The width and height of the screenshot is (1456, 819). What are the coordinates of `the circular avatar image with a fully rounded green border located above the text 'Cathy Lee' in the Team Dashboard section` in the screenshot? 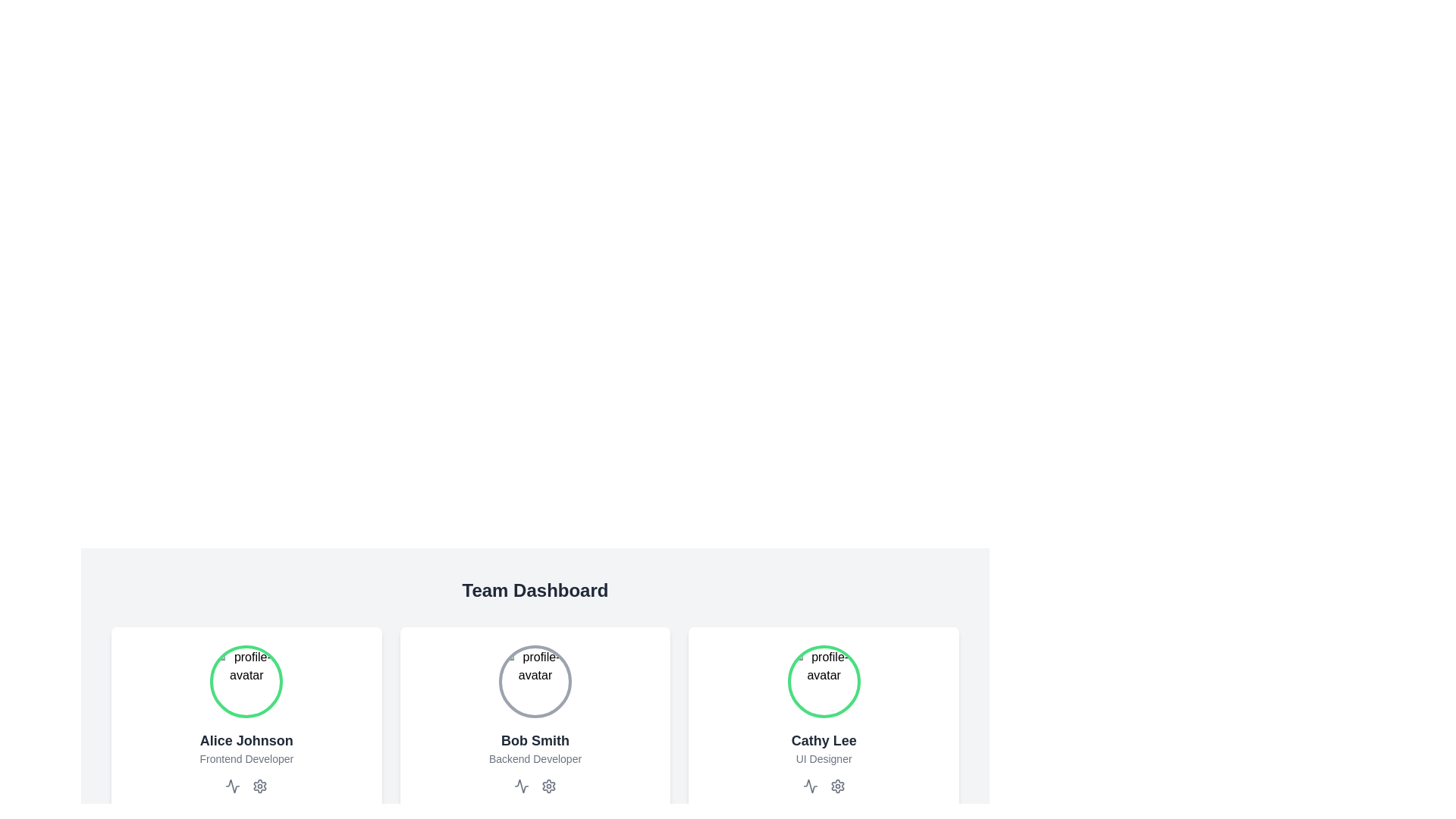 It's located at (823, 680).